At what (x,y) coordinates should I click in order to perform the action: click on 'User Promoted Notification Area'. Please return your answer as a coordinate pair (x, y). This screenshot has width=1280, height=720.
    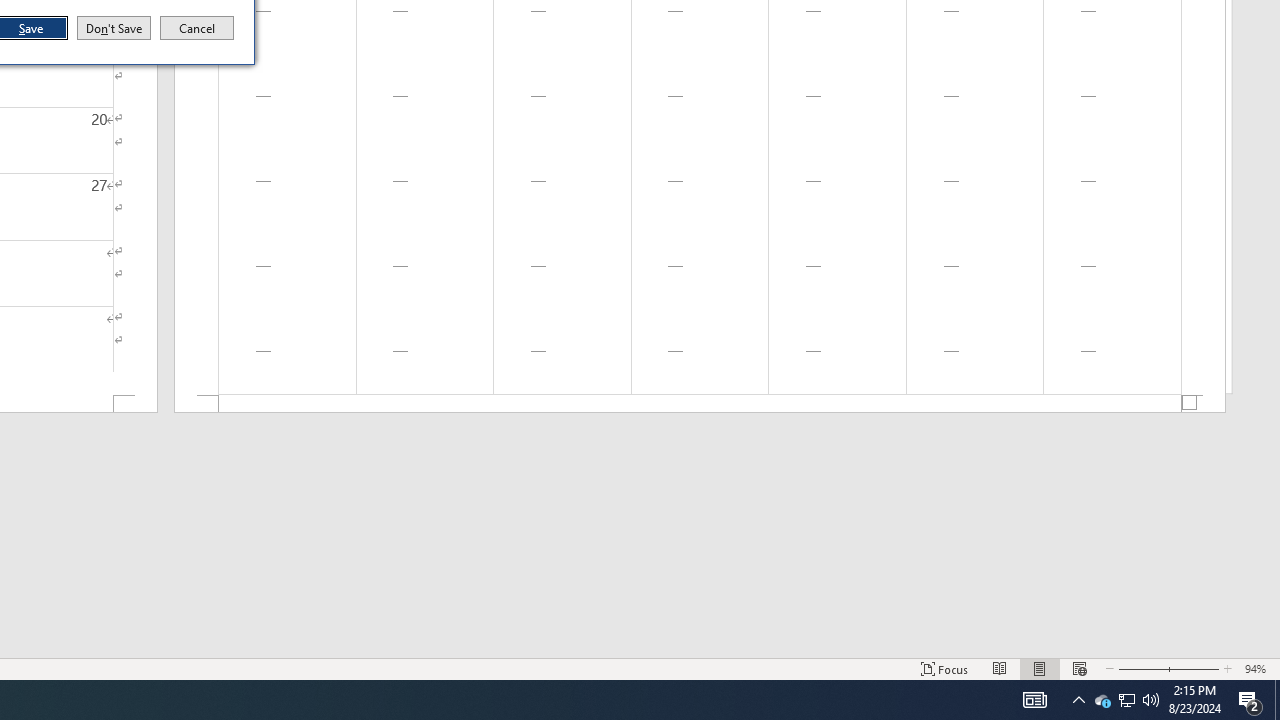
    Looking at the image, I should click on (1127, 698).